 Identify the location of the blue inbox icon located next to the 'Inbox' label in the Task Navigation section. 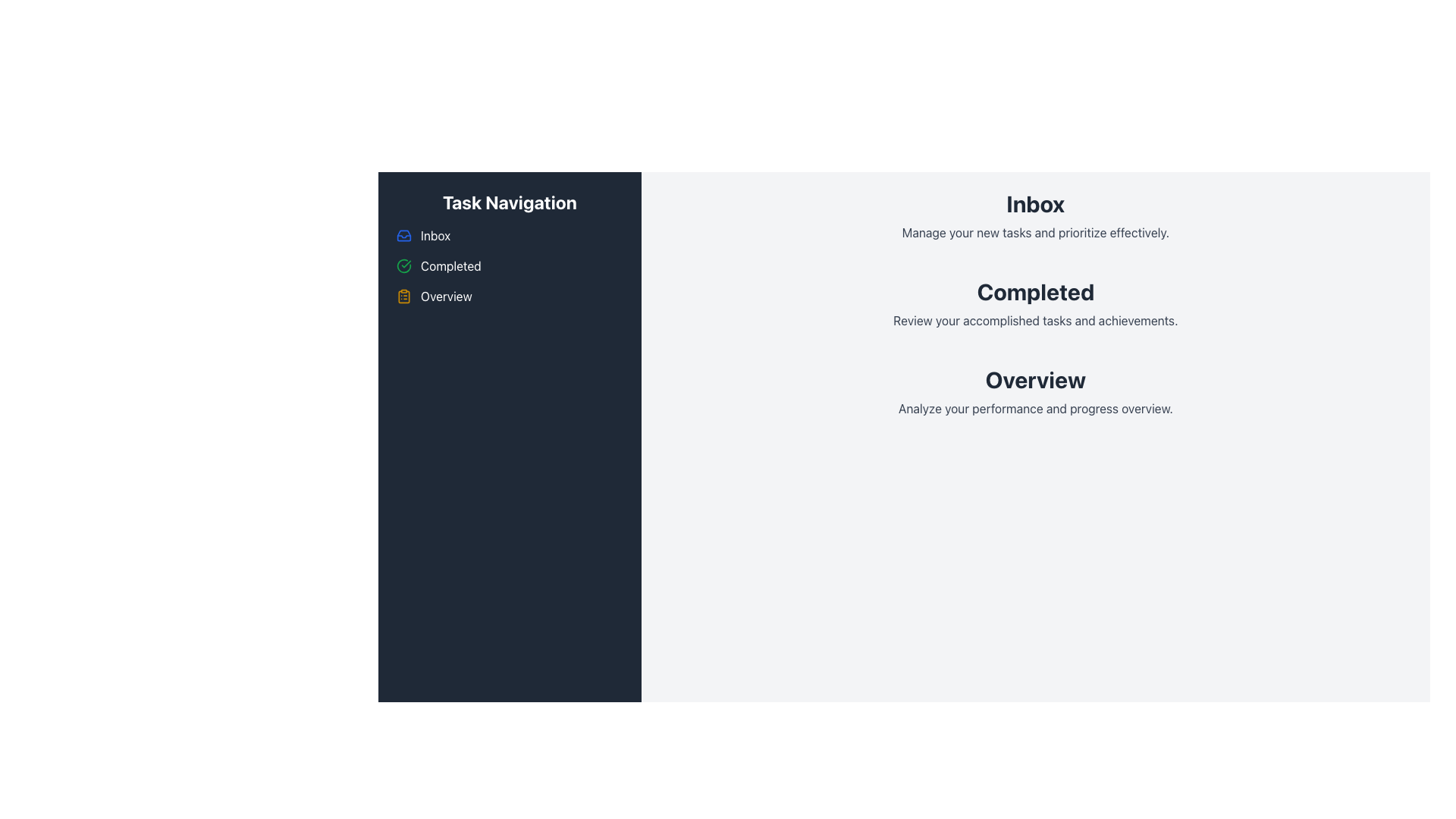
(403, 236).